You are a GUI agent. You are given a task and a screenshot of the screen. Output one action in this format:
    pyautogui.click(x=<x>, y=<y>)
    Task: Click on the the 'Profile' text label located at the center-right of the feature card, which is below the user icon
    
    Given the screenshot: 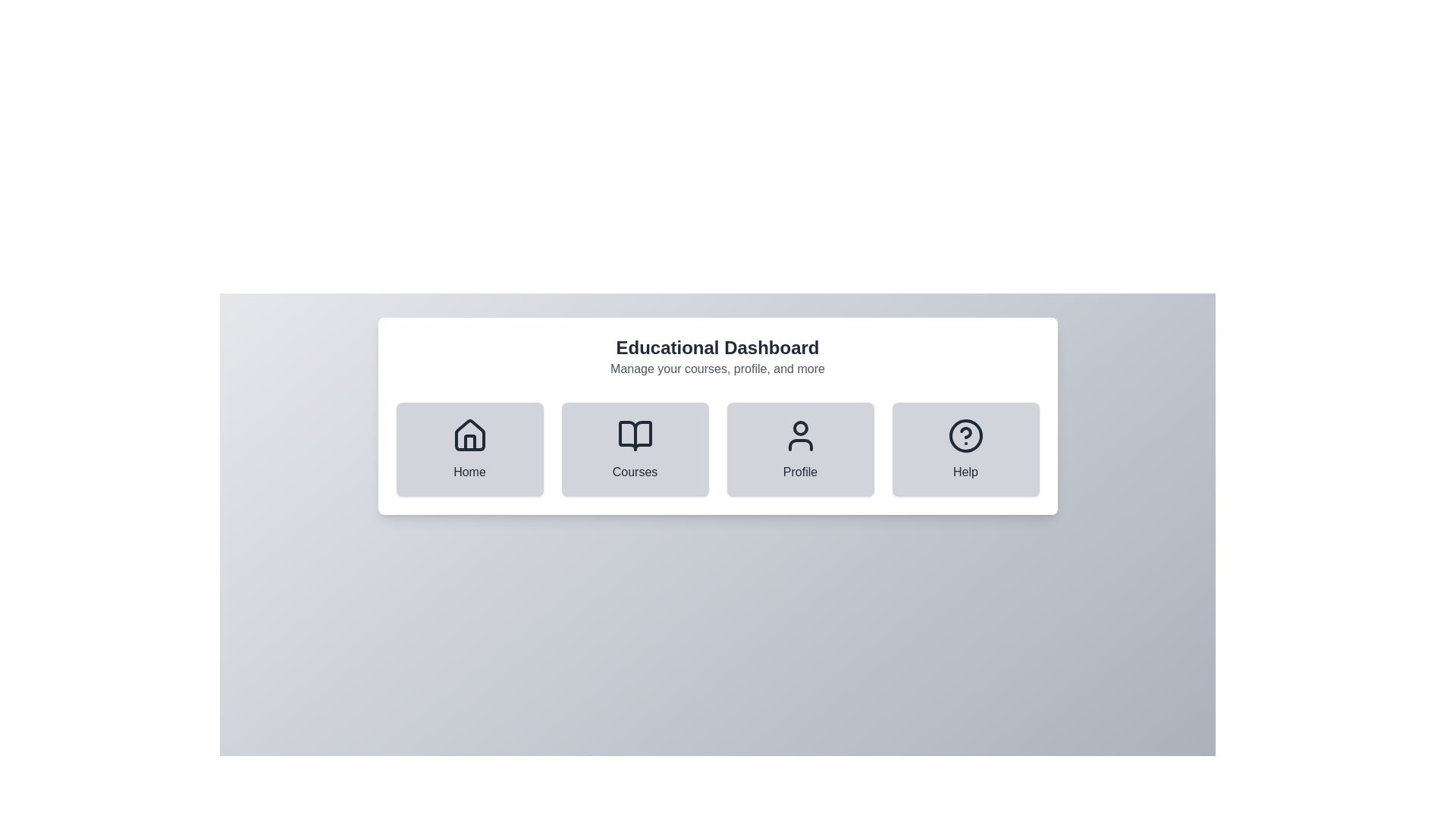 What is the action you would take?
    pyautogui.click(x=799, y=472)
    